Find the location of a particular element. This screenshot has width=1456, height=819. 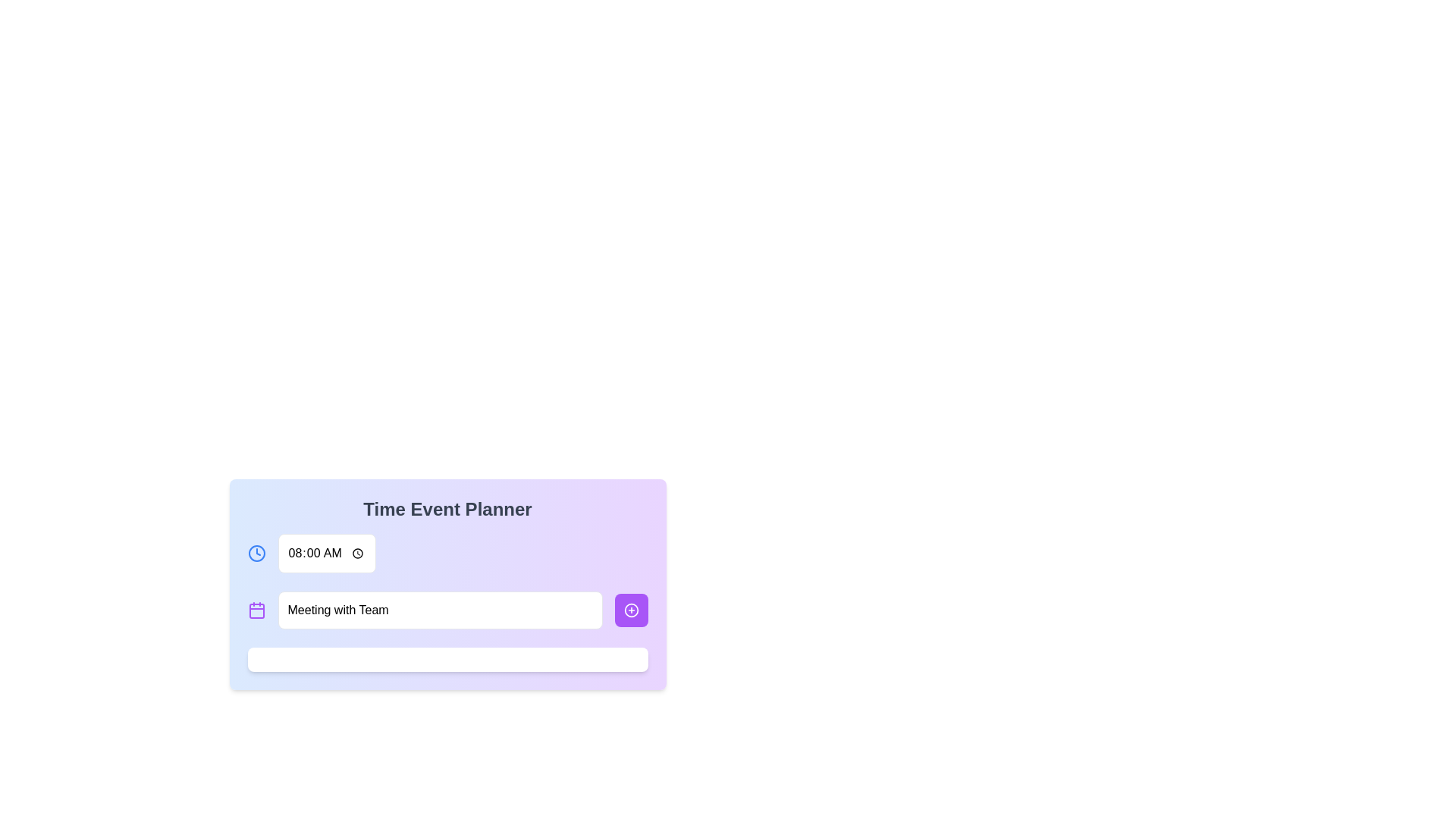

the decorative SVG circle element that completes the design of the plus icon situated at the bottom-right corner of the card interface is located at coordinates (631, 610).